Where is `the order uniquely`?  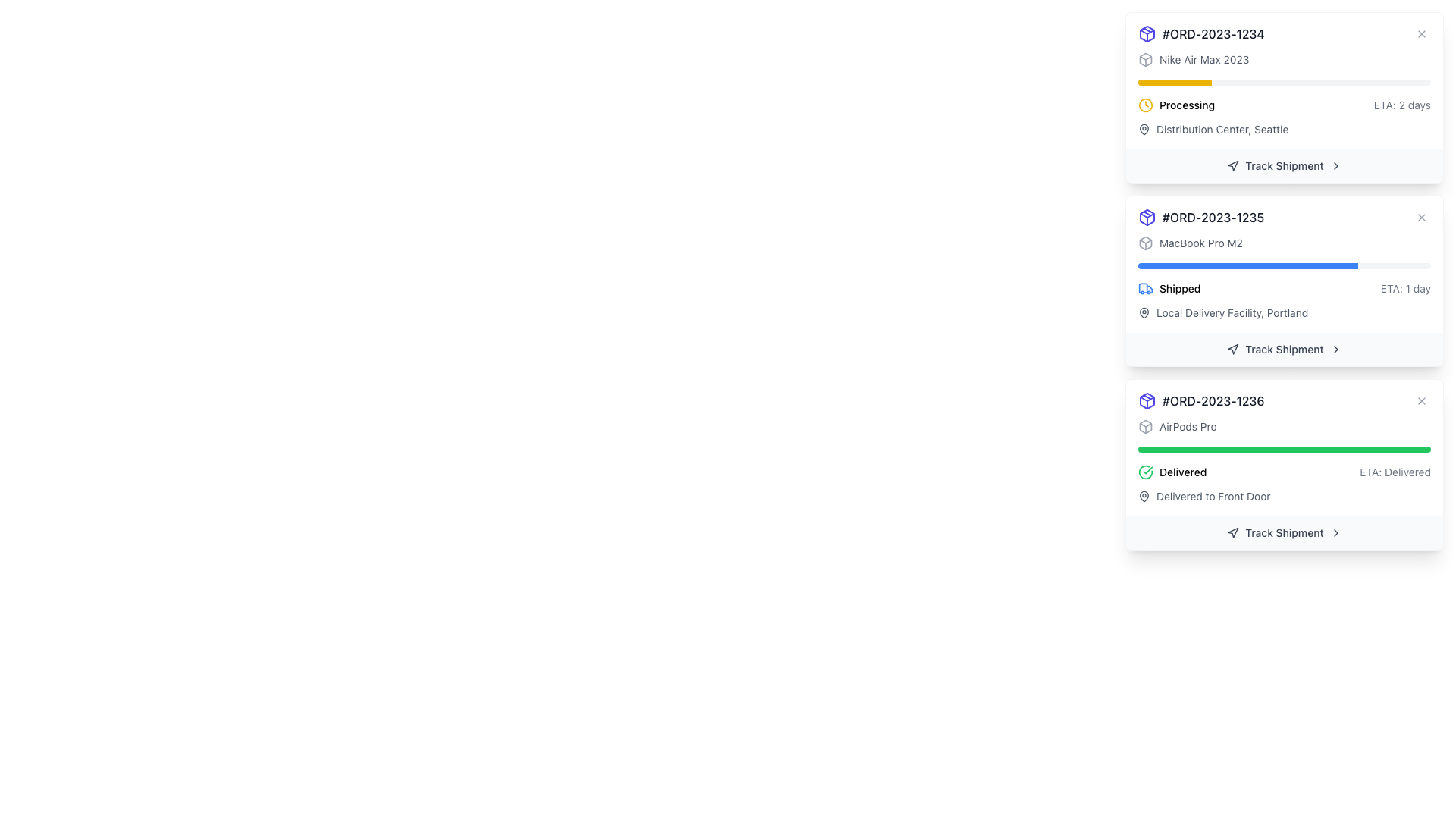
the order uniquely is located at coordinates (1284, 217).